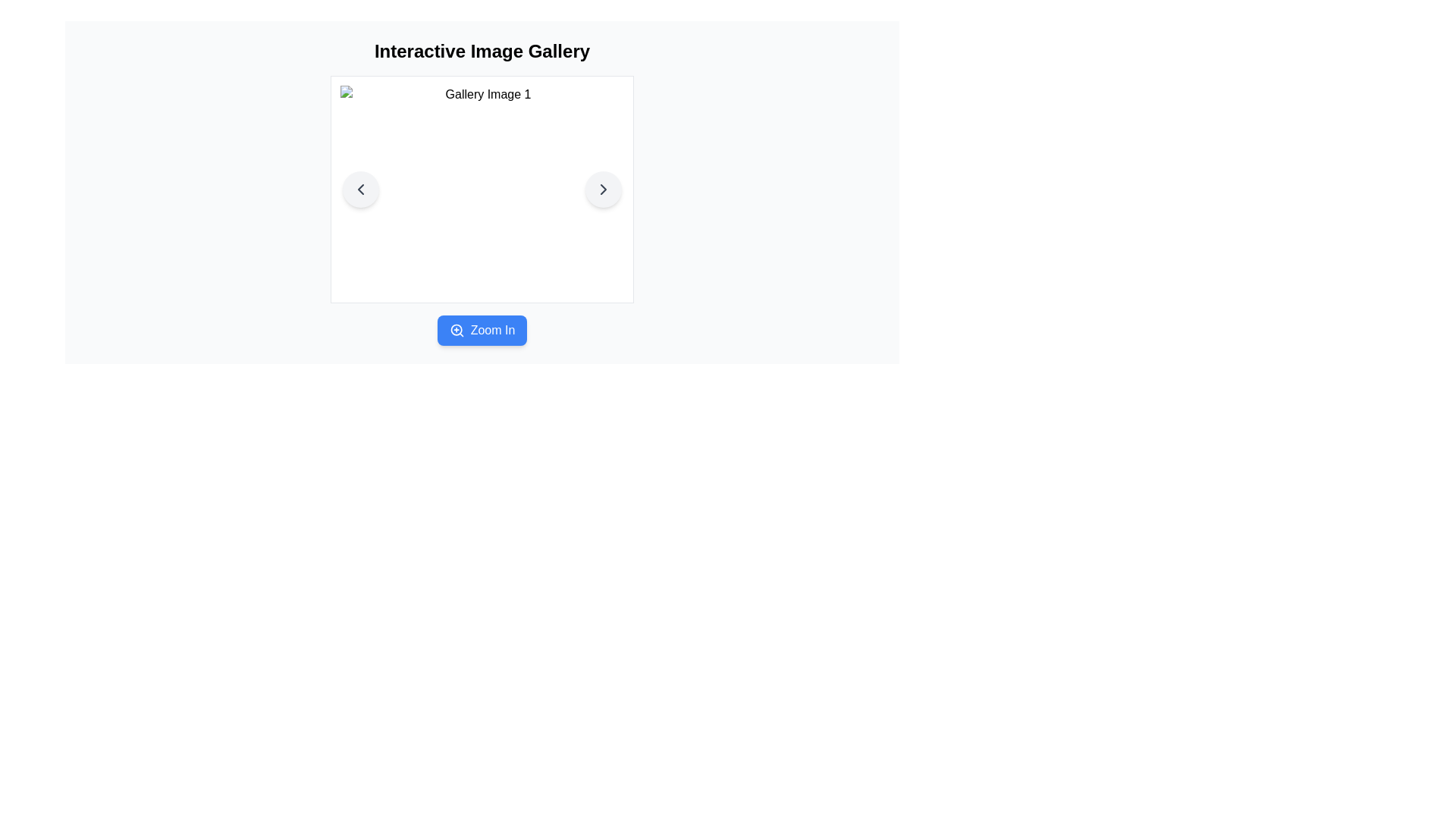 The image size is (1456, 819). Describe the element at coordinates (359, 189) in the screenshot. I see `the leftward-pointing chevron icon button in the middle-left section of the interactive gallery interface` at that location.